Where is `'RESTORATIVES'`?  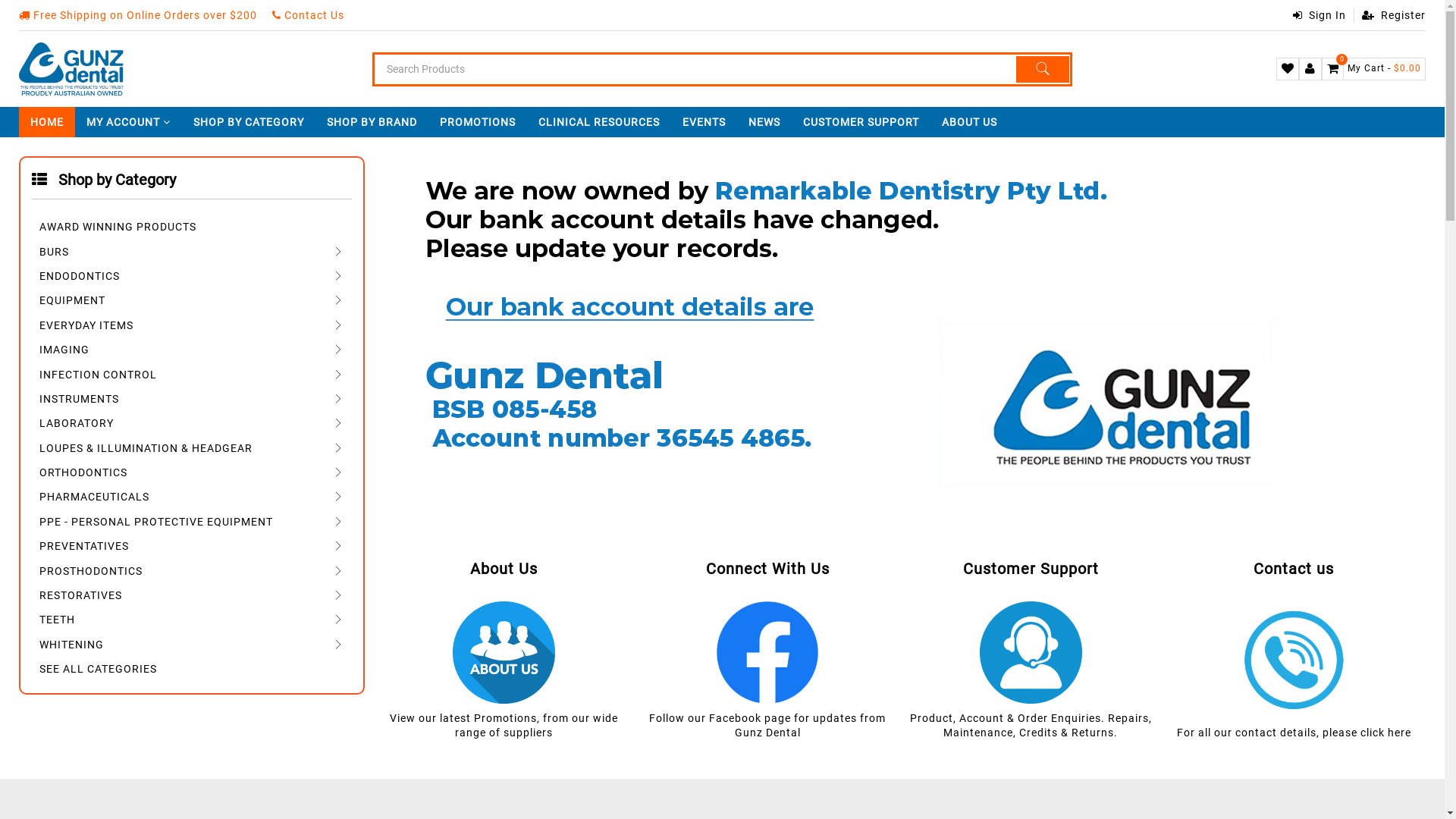
'RESTORATIVES' is located at coordinates (32, 594).